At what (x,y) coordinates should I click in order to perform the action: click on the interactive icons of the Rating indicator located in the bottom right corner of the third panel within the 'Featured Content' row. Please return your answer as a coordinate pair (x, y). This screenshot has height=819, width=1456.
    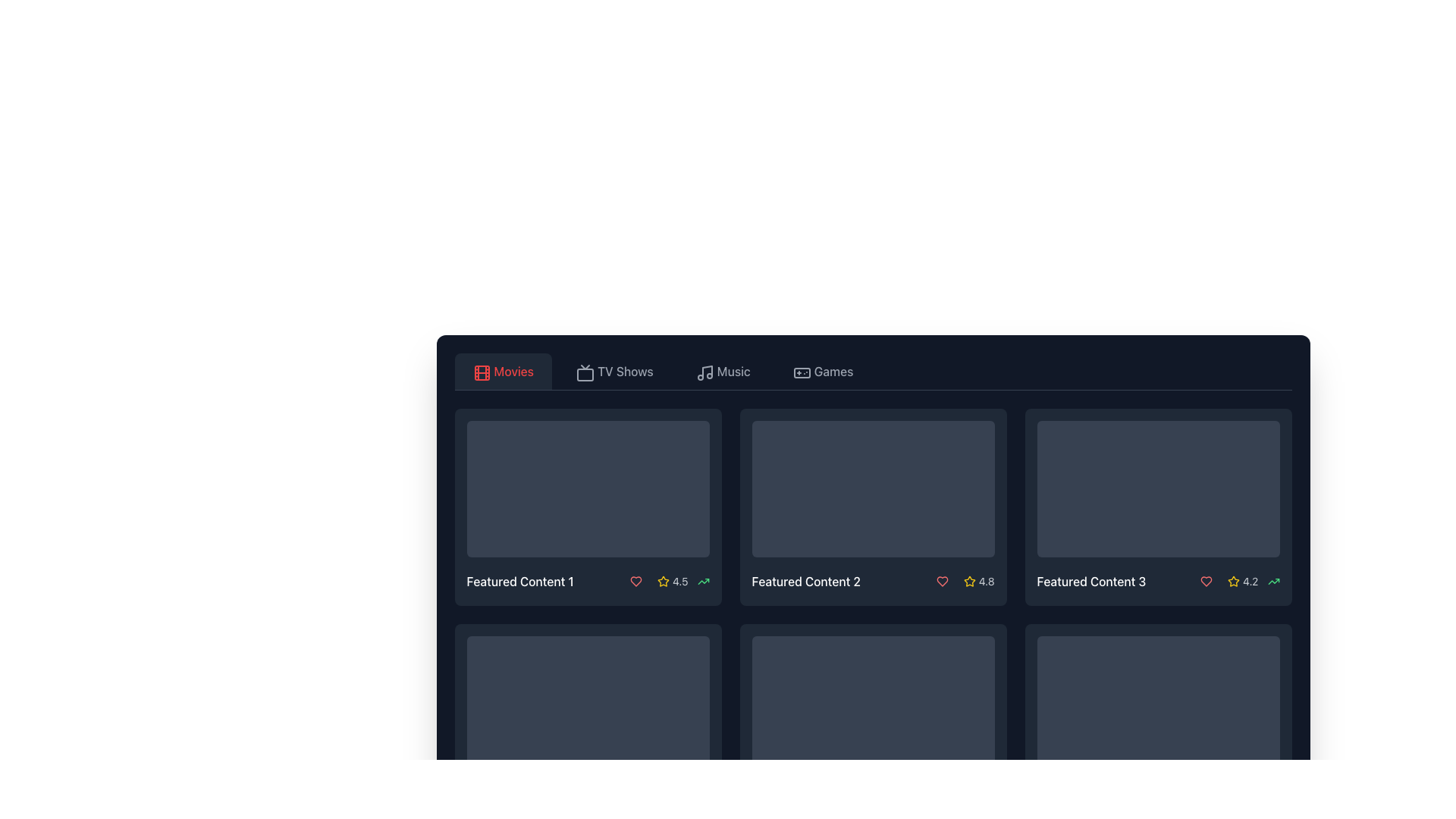
    Looking at the image, I should click on (1237, 581).